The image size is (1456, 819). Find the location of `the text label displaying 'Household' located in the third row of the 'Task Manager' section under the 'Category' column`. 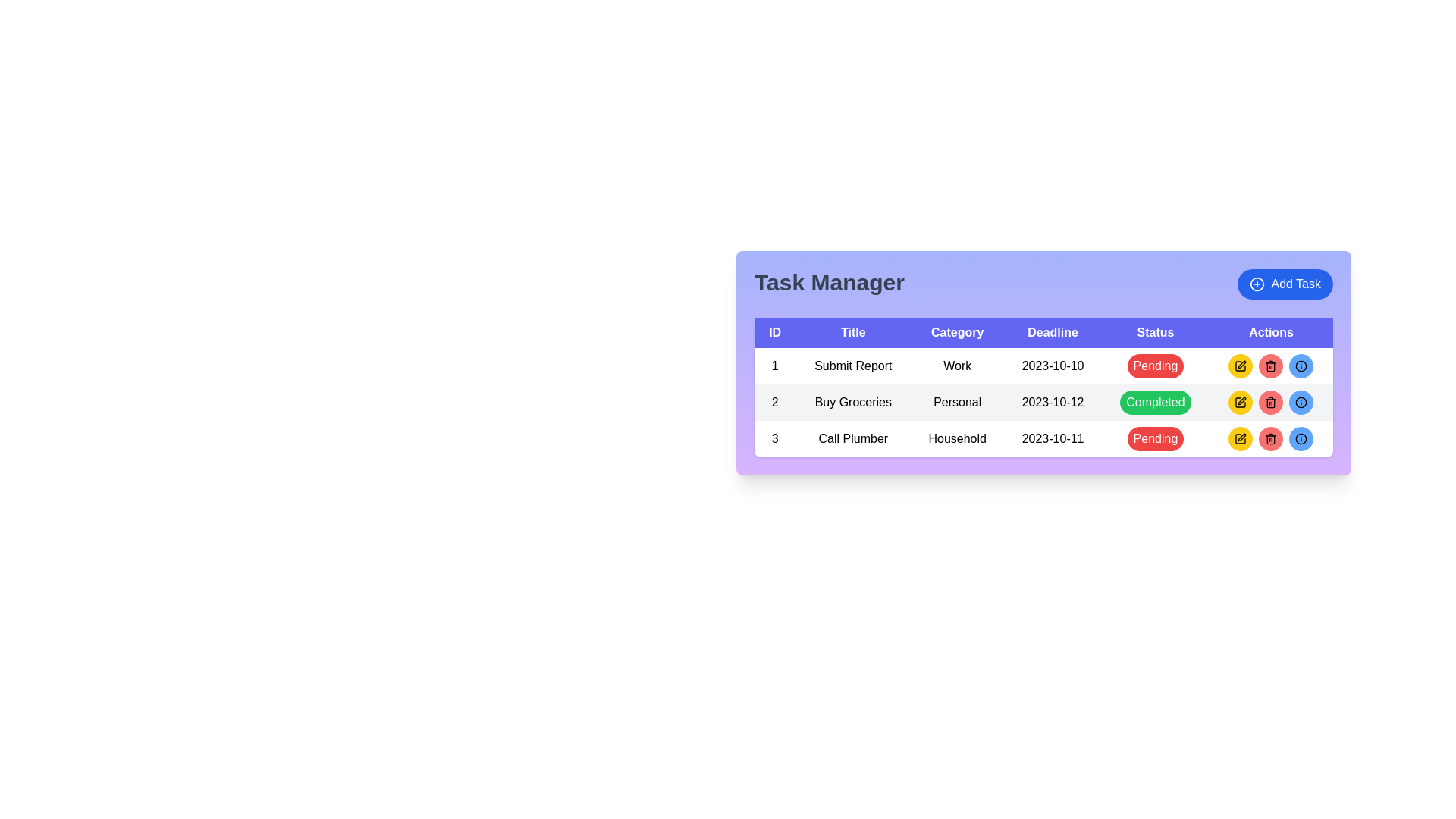

the text label displaying 'Household' located in the third row of the 'Task Manager' section under the 'Category' column is located at coordinates (956, 438).